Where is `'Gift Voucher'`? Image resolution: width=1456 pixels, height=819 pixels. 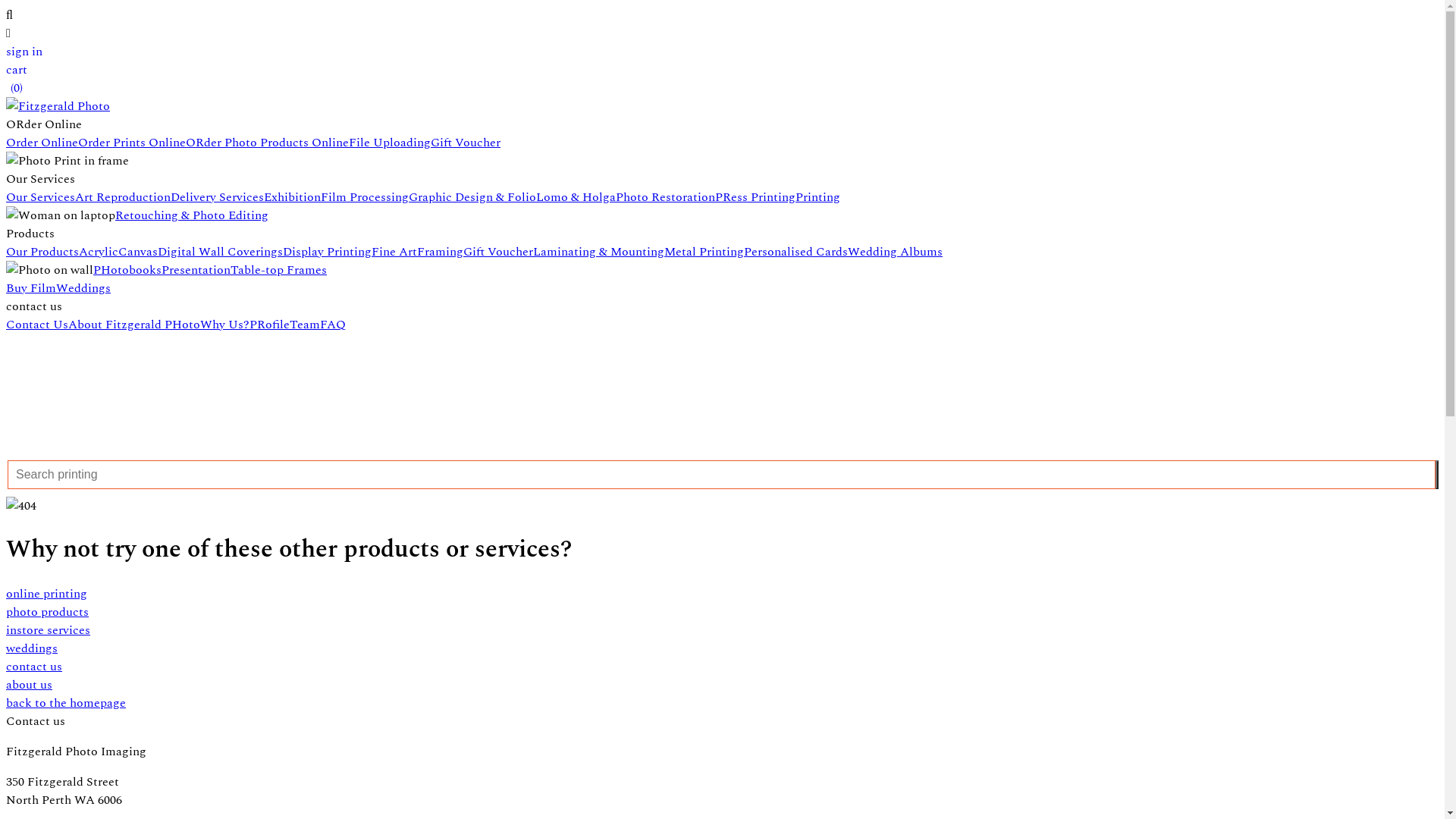
'Gift Voucher' is located at coordinates (429, 143).